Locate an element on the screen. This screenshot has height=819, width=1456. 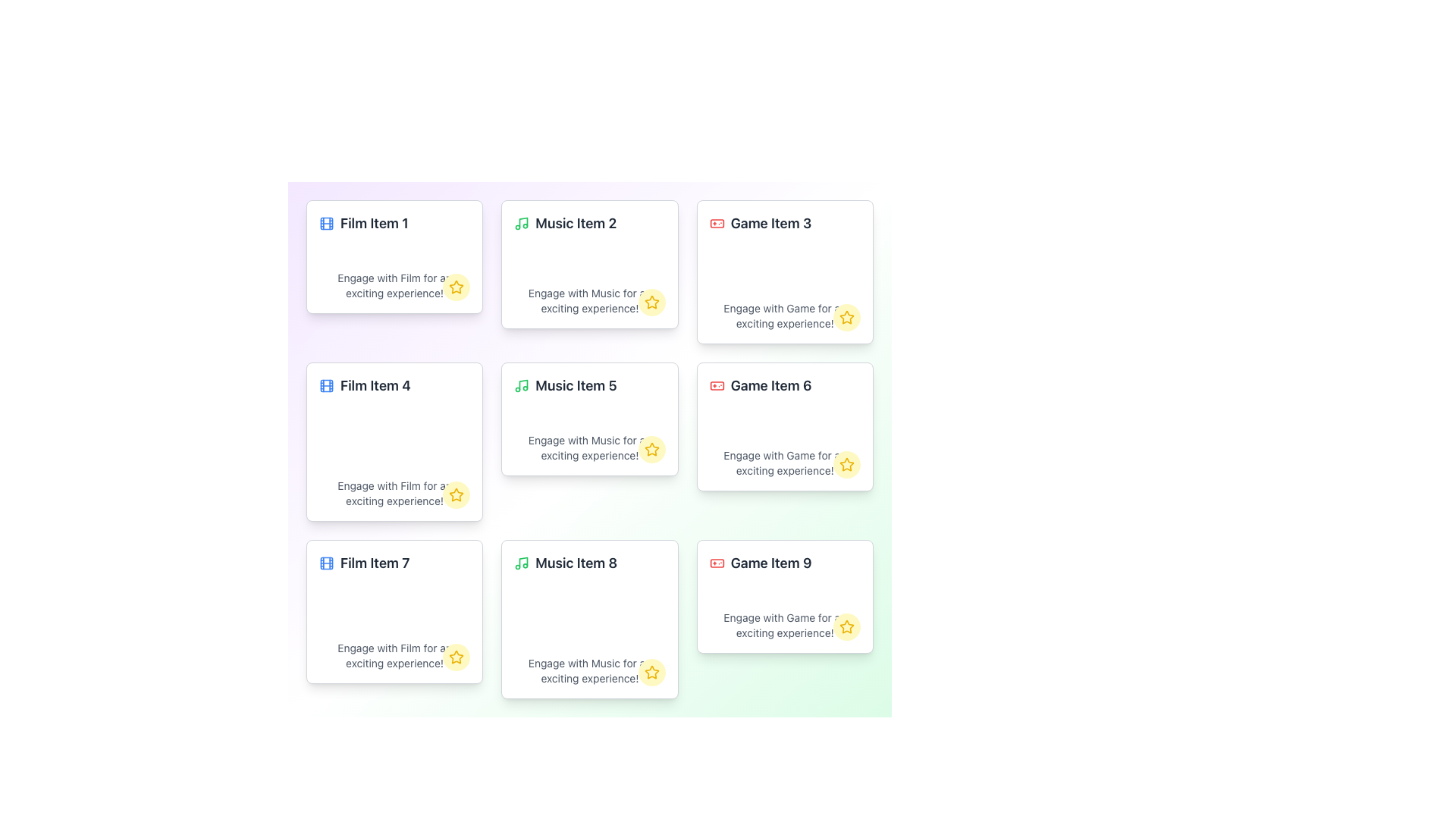
the text label 'Music Item 5' which is styled in bold and larger dark gray font, located in the middle column of the second row of content cards is located at coordinates (575, 385).